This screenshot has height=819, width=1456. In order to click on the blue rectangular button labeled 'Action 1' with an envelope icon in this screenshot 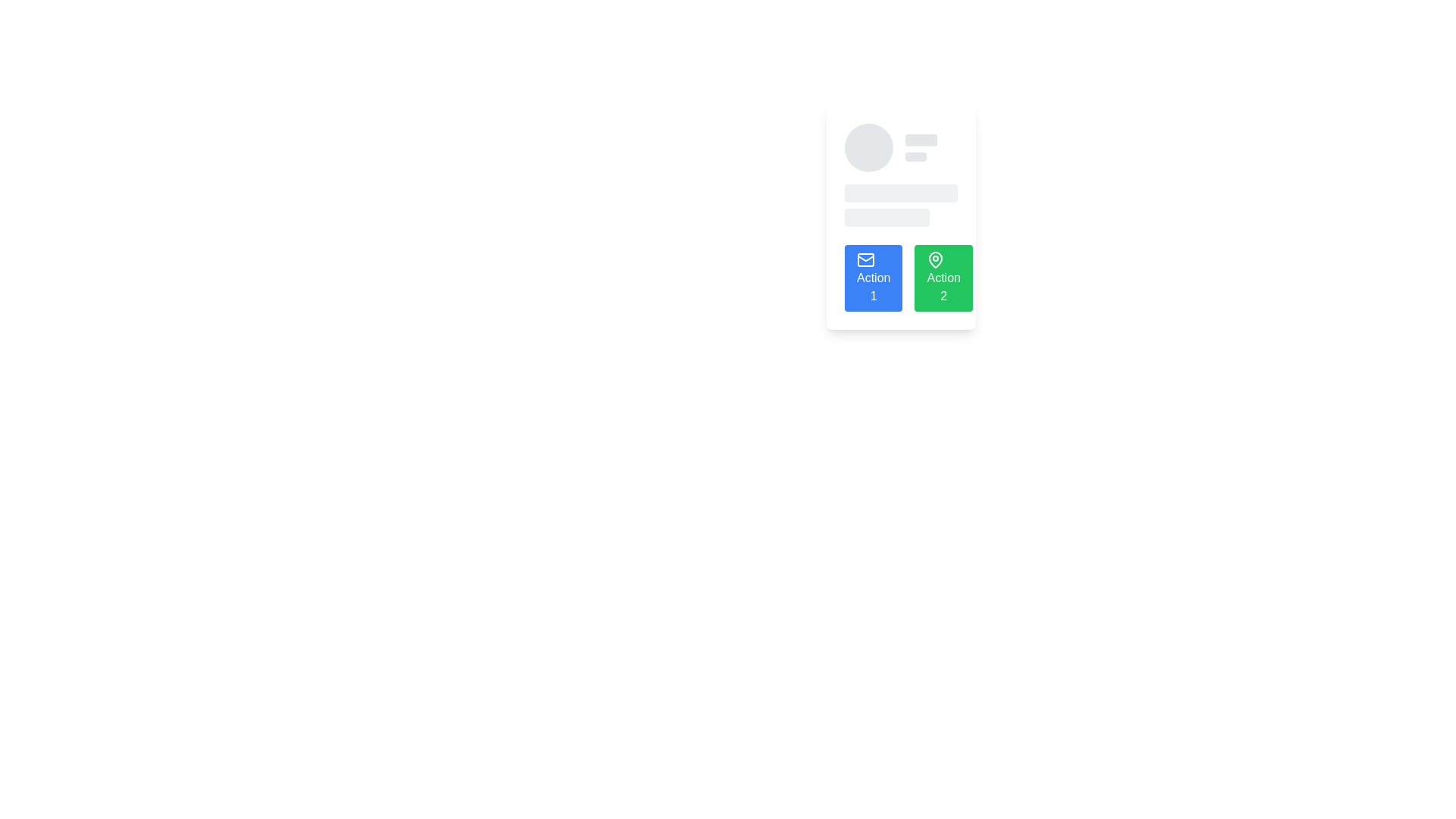, I will do `click(874, 278)`.